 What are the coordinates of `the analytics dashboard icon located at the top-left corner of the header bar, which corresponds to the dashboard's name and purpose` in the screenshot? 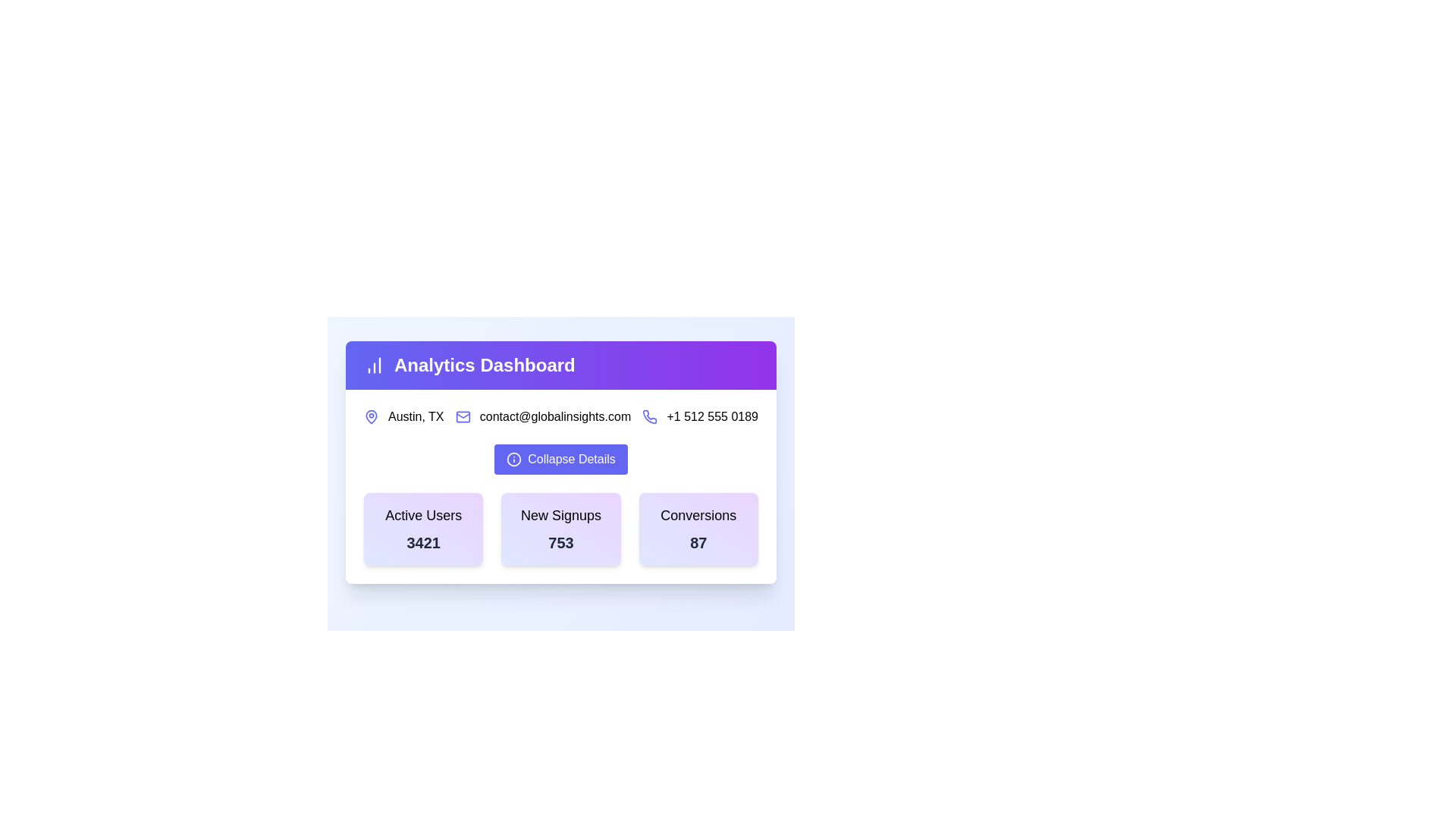 It's located at (375, 366).